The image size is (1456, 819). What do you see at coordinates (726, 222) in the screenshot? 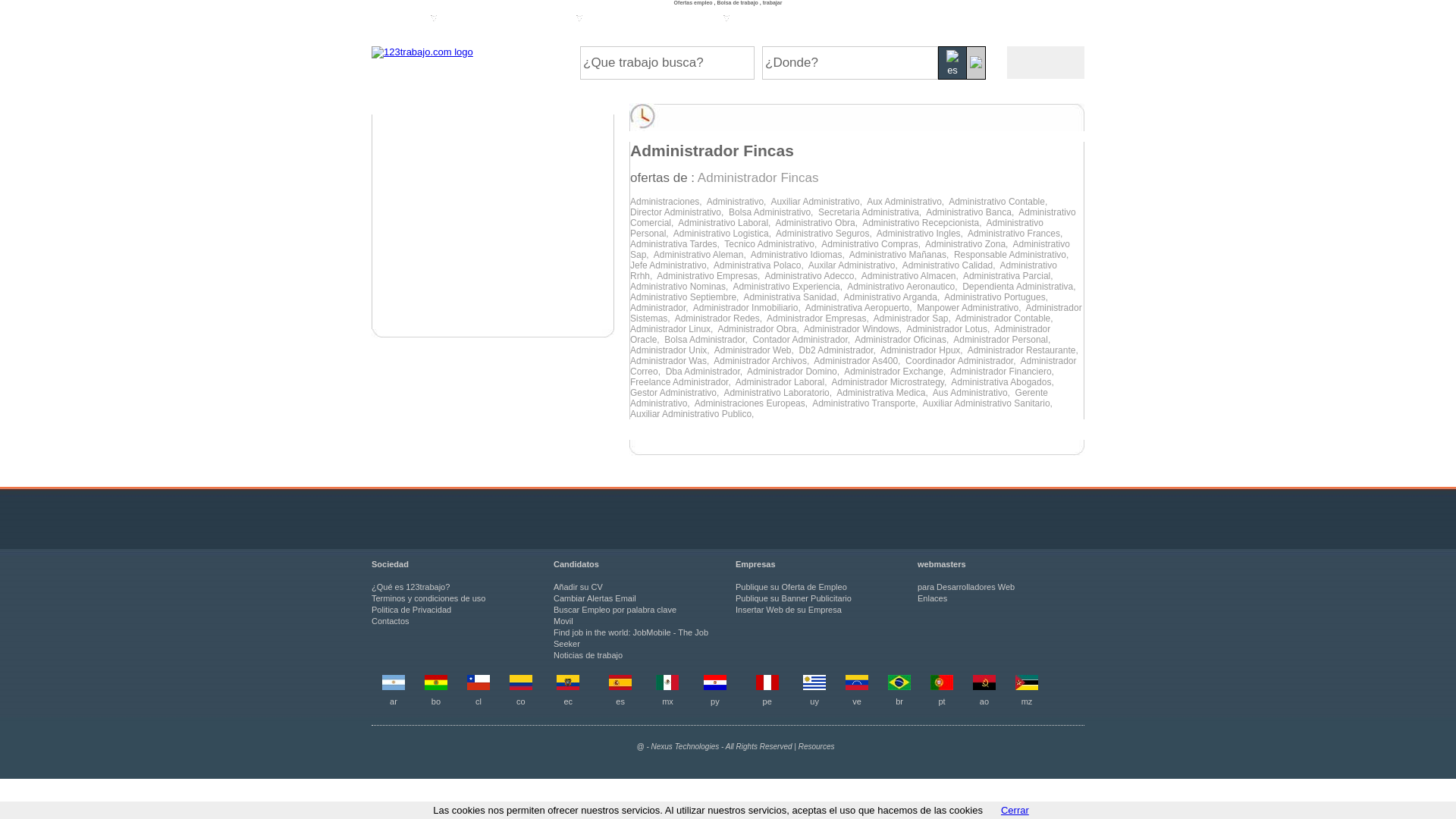
I see `'Administrativo Laboral, '` at bounding box center [726, 222].